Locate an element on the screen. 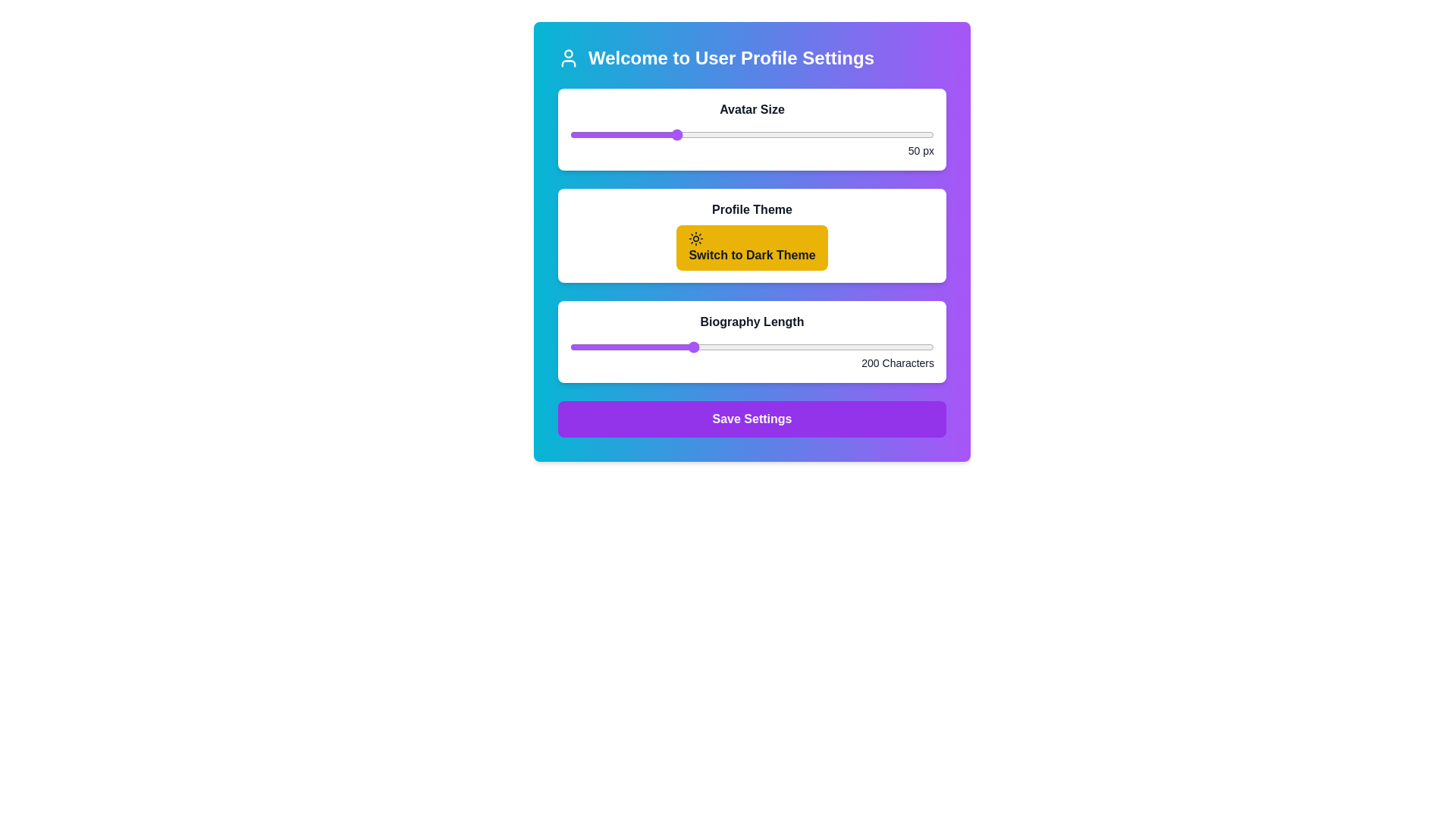  the static text displaying '200 Characters', which is positioned at the bottom-right of the 'Biography Length' component, aligned to the right of a slider is located at coordinates (752, 362).